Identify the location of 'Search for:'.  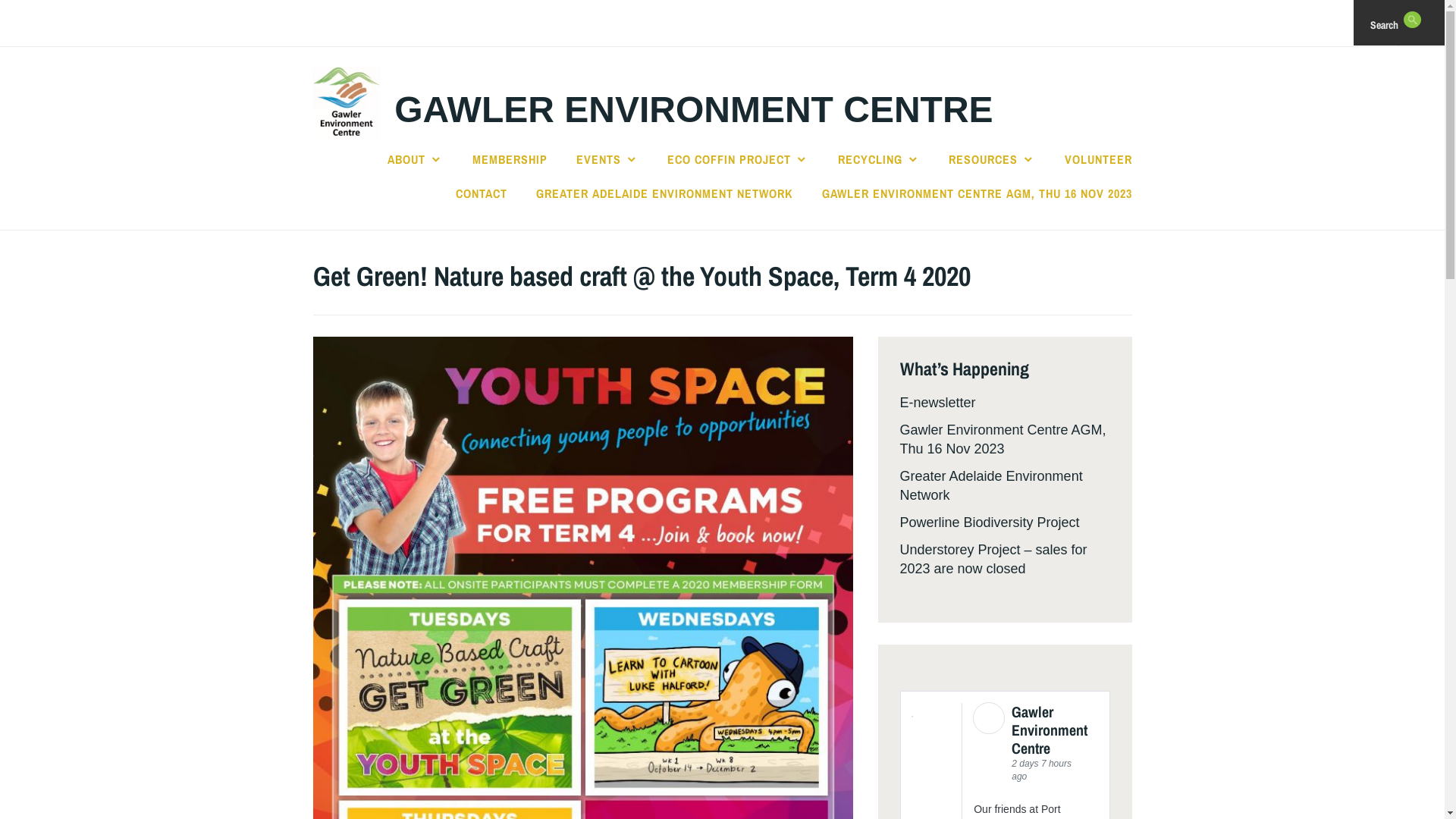
(1432, 23).